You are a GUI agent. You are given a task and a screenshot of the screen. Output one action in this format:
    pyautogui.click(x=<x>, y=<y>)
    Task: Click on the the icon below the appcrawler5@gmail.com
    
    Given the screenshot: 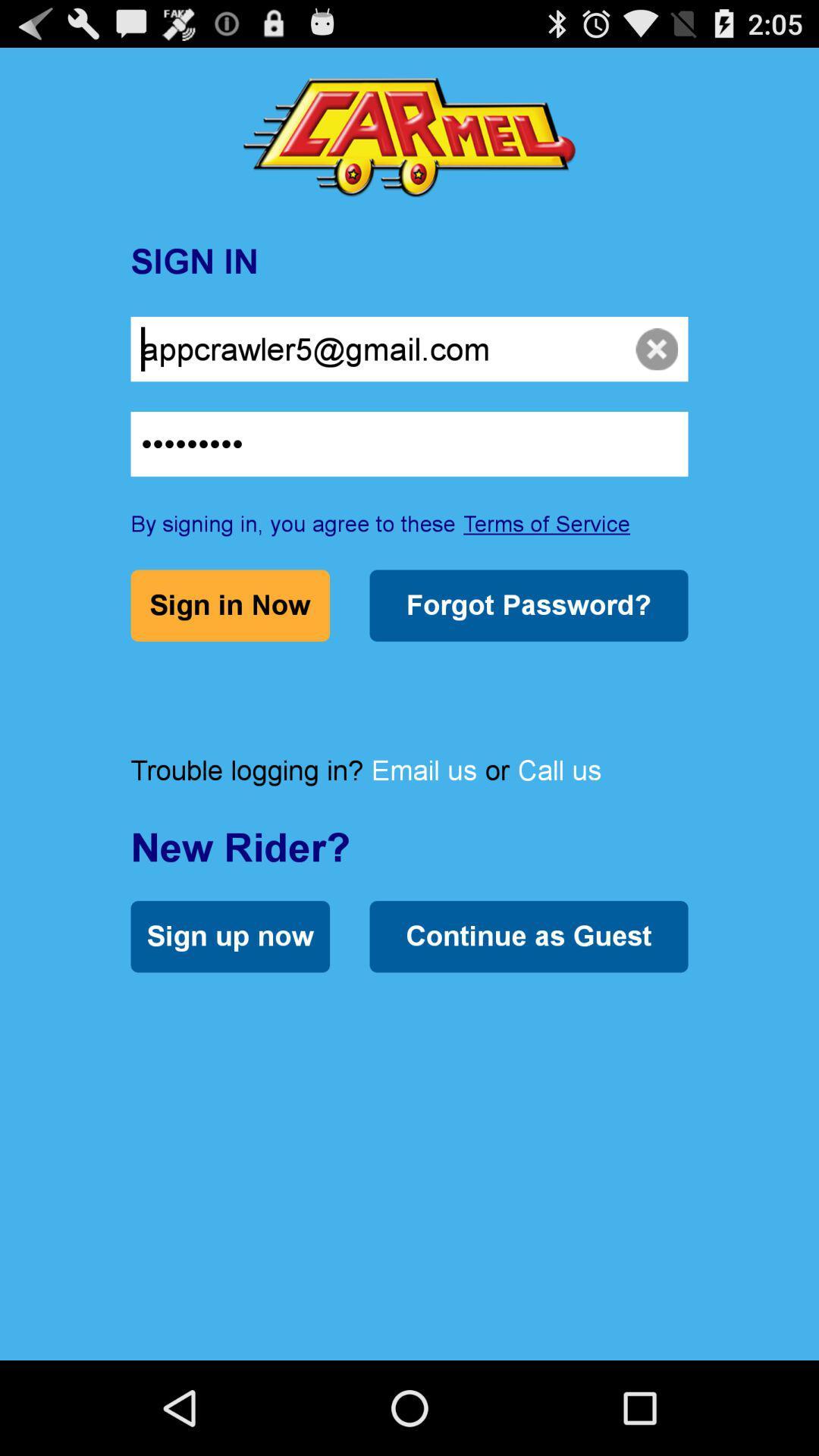 What is the action you would take?
    pyautogui.click(x=409, y=443)
    